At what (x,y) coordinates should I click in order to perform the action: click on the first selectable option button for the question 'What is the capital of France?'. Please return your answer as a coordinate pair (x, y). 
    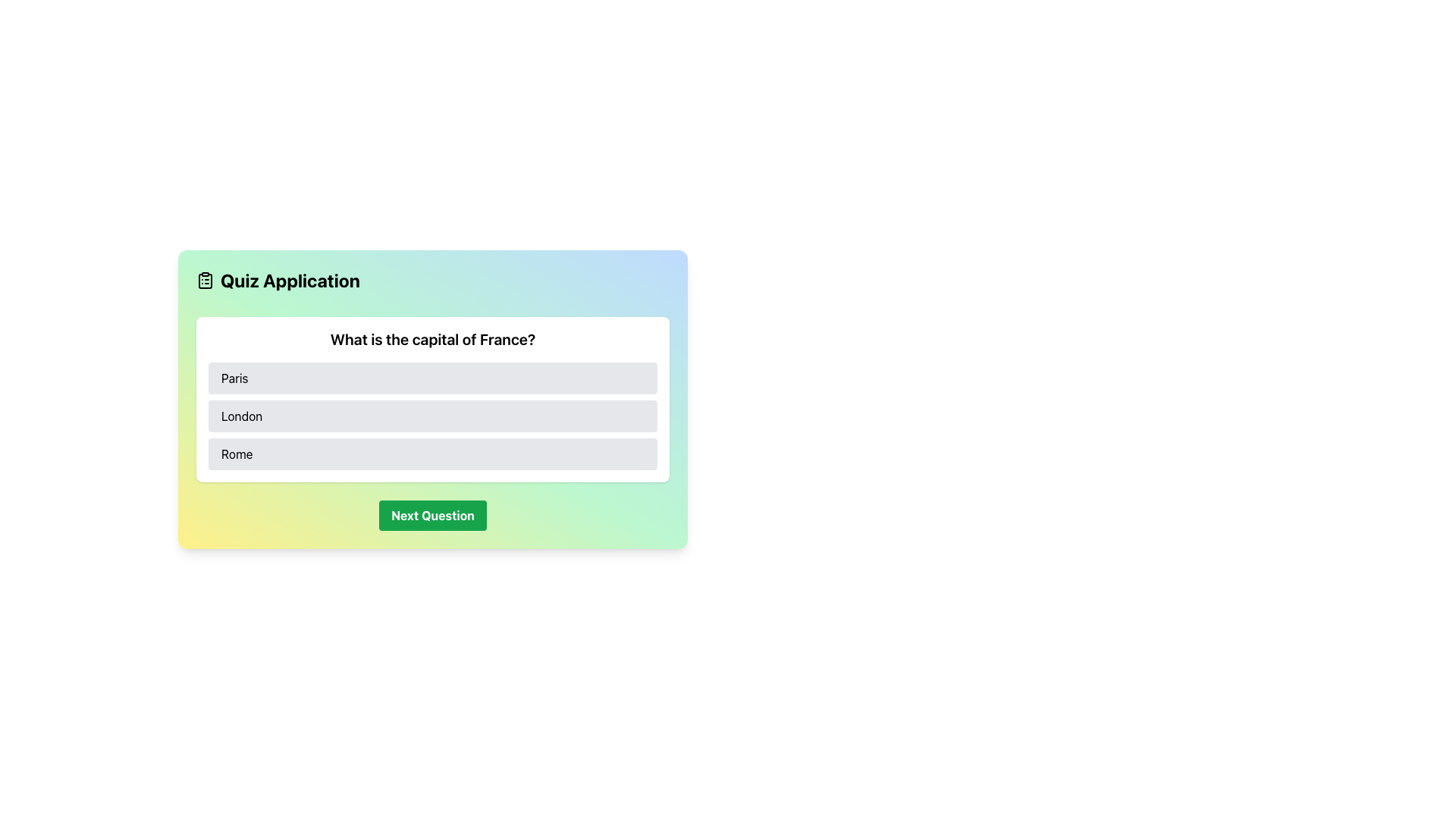
    Looking at the image, I should click on (432, 377).